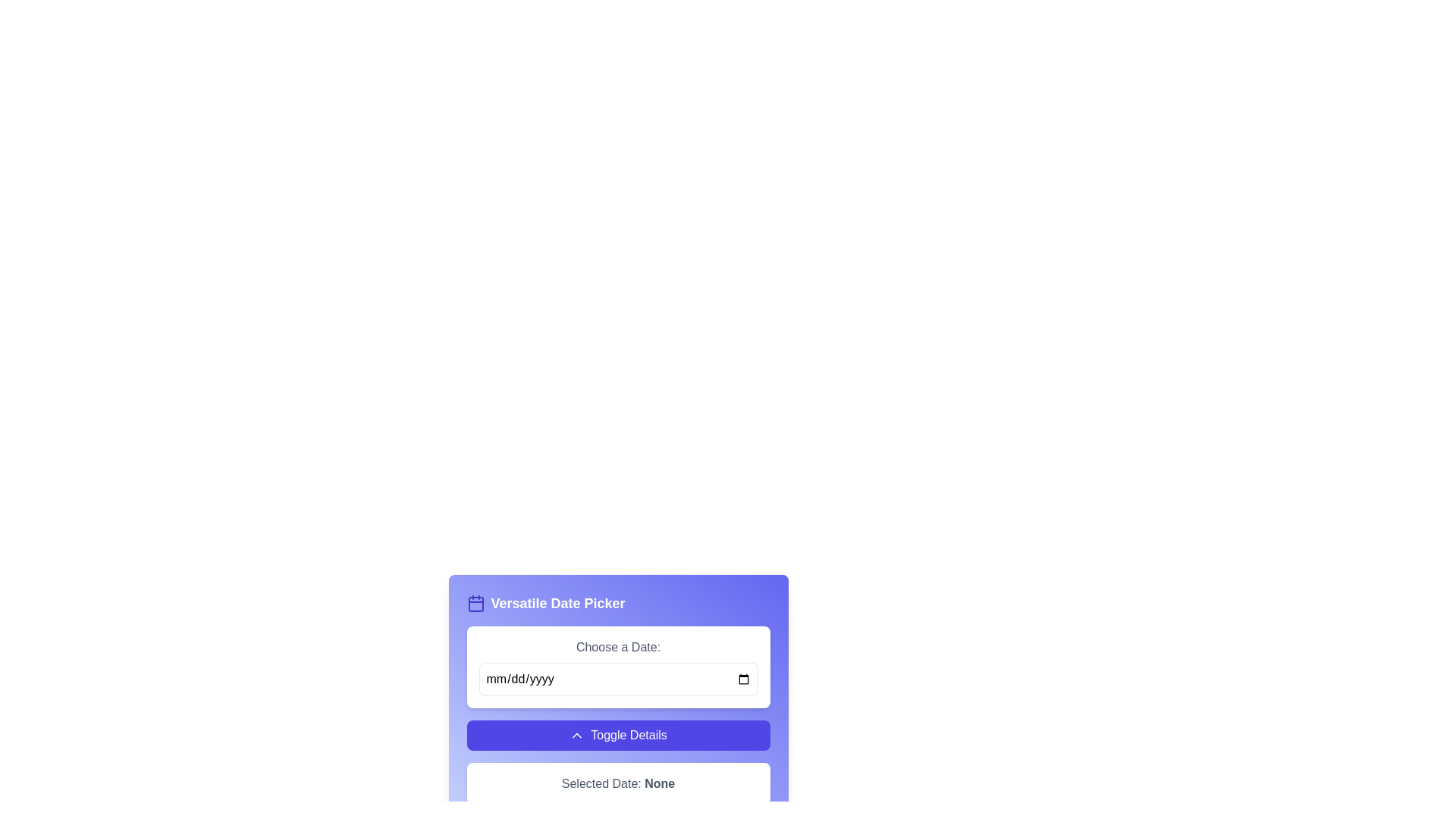  What do you see at coordinates (576, 734) in the screenshot?
I see `the chevron icon on the 'Toggle Details' button` at bounding box center [576, 734].